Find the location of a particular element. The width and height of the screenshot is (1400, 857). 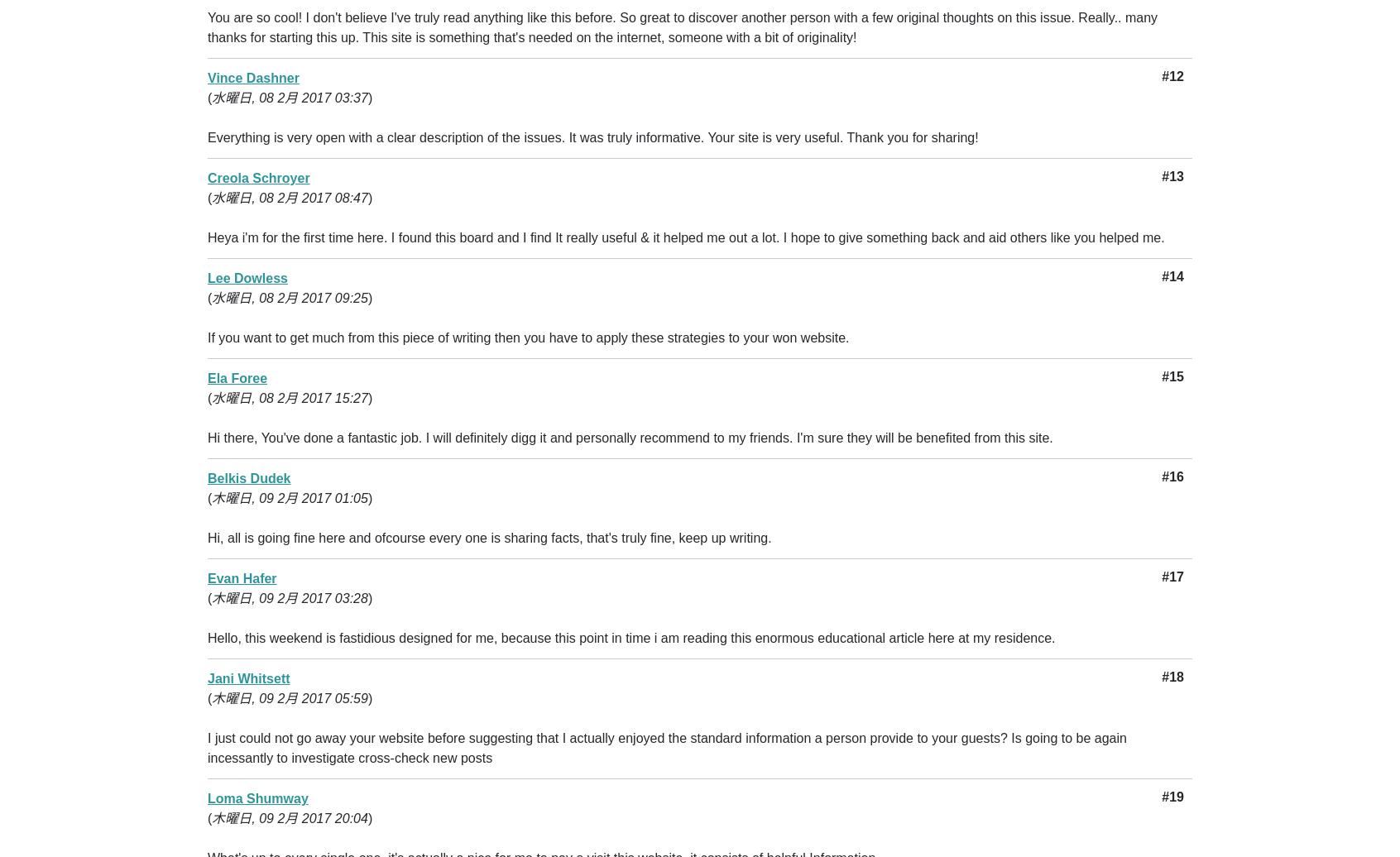

'木曜日, 09 2月 2017 05:59' is located at coordinates (289, 698).